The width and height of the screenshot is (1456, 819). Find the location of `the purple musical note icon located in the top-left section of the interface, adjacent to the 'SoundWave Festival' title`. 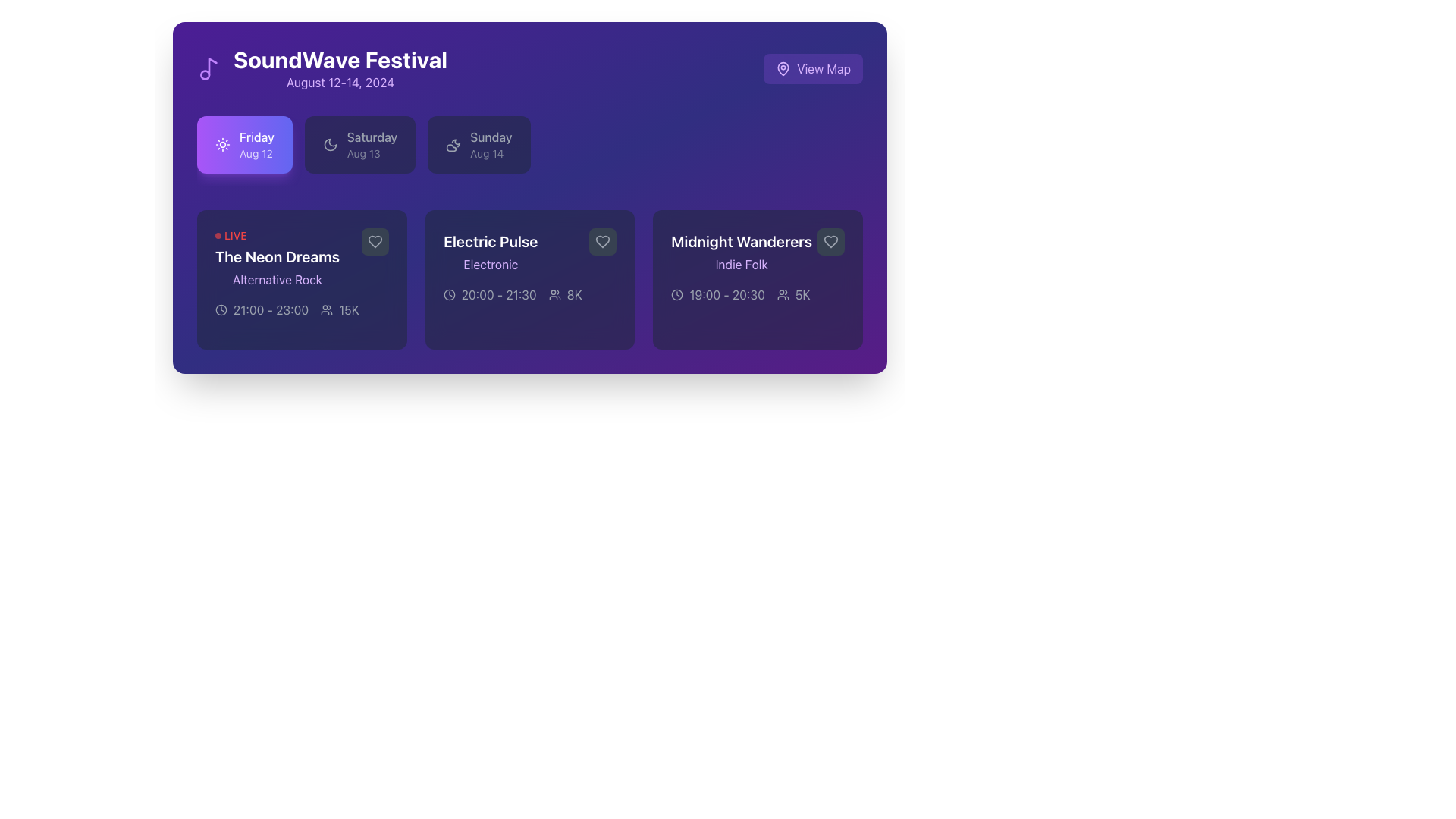

the purple musical note icon located in the top-left section of the interface, adjacent to the 'SoundWave Festival' title is located at coordinates (212, 66).